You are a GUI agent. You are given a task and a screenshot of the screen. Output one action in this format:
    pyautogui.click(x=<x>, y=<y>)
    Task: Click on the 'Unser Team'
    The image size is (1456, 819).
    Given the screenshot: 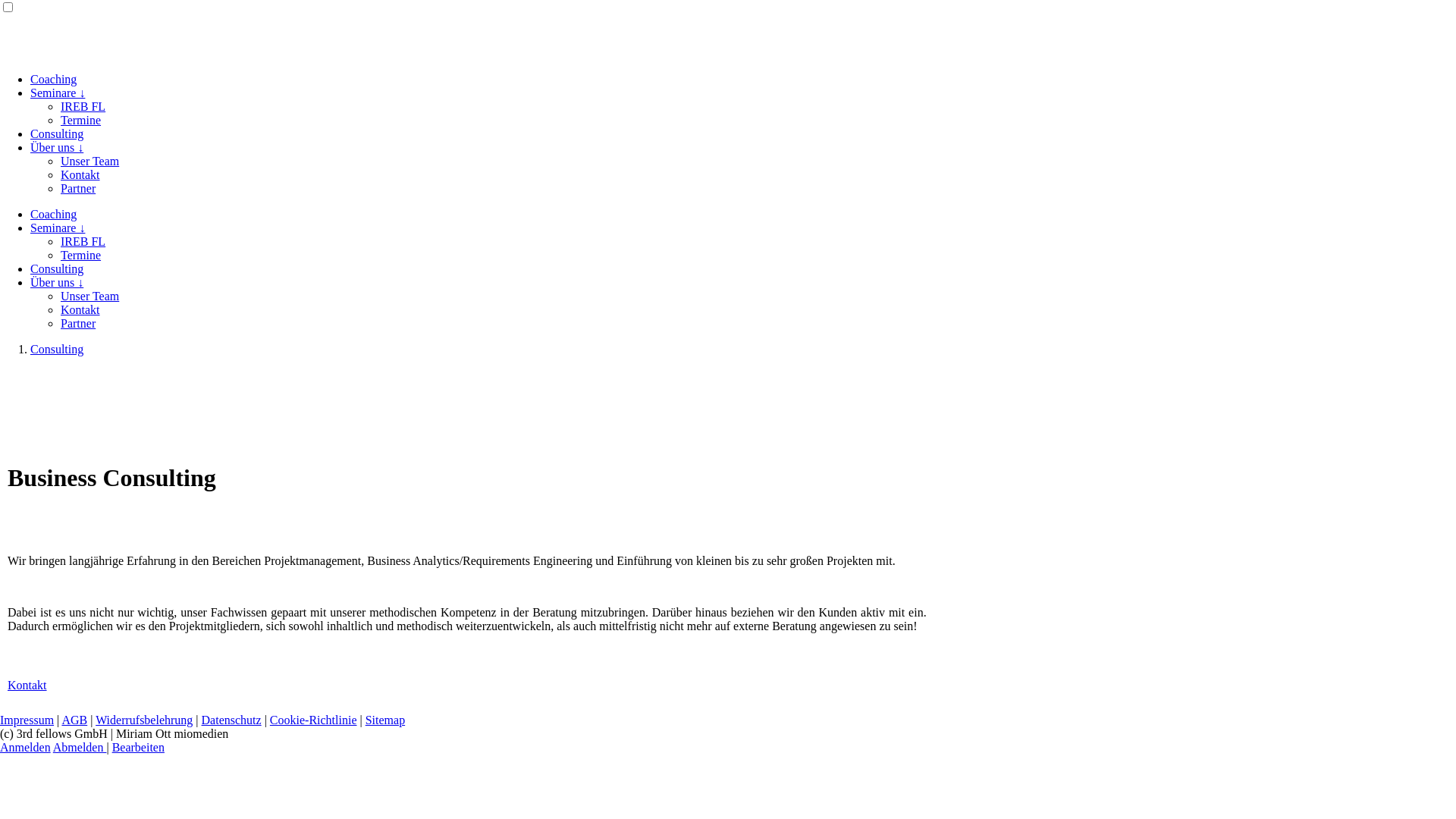 What is the action you would take?
    pyautogui.click(x=61, y=161)
    